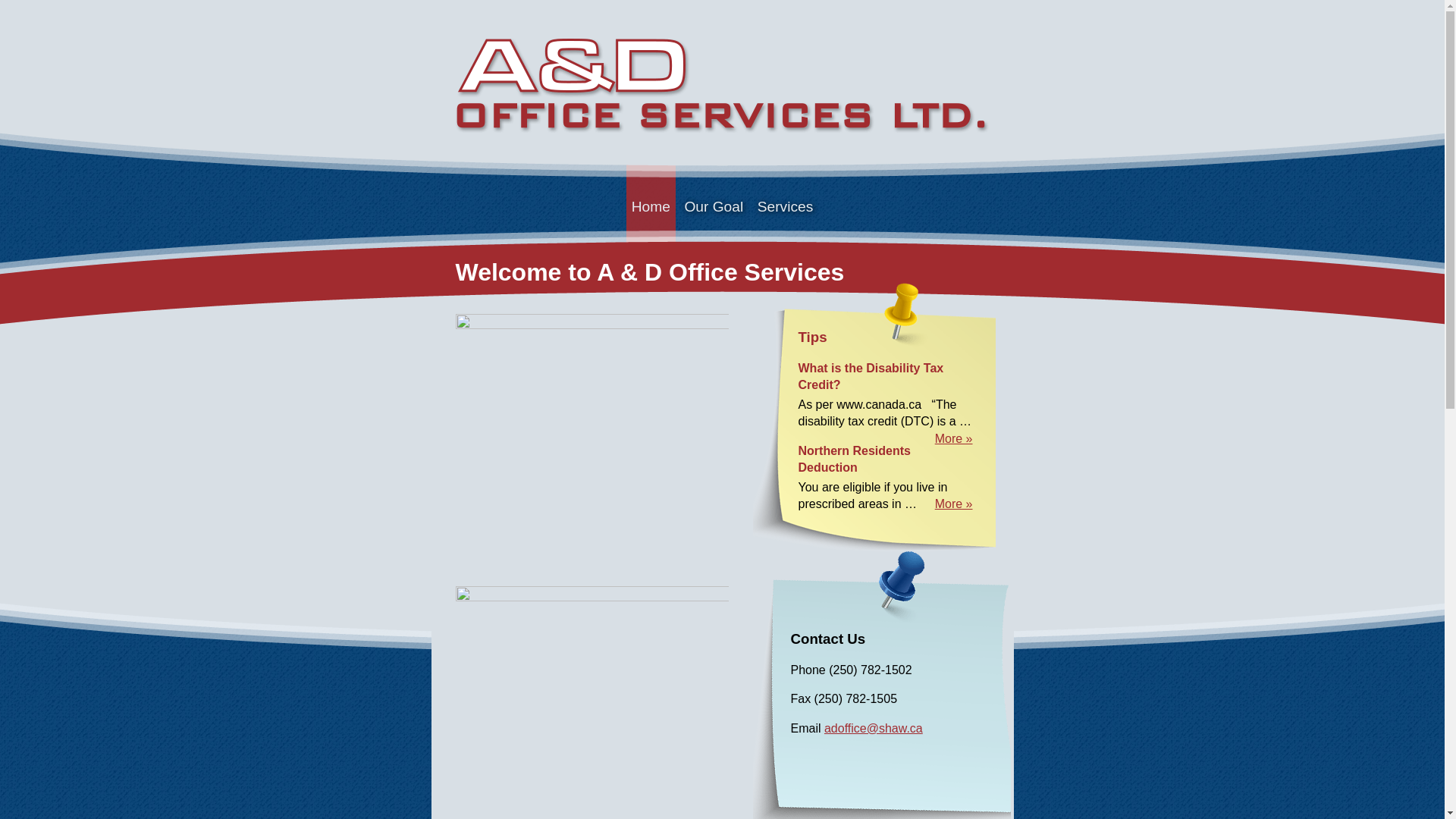 The image size is (1456, 819). What do you see at coordinates (712, 207) in the screenshot?
I see `'Our Goal'` at bounding box center [712, 207].